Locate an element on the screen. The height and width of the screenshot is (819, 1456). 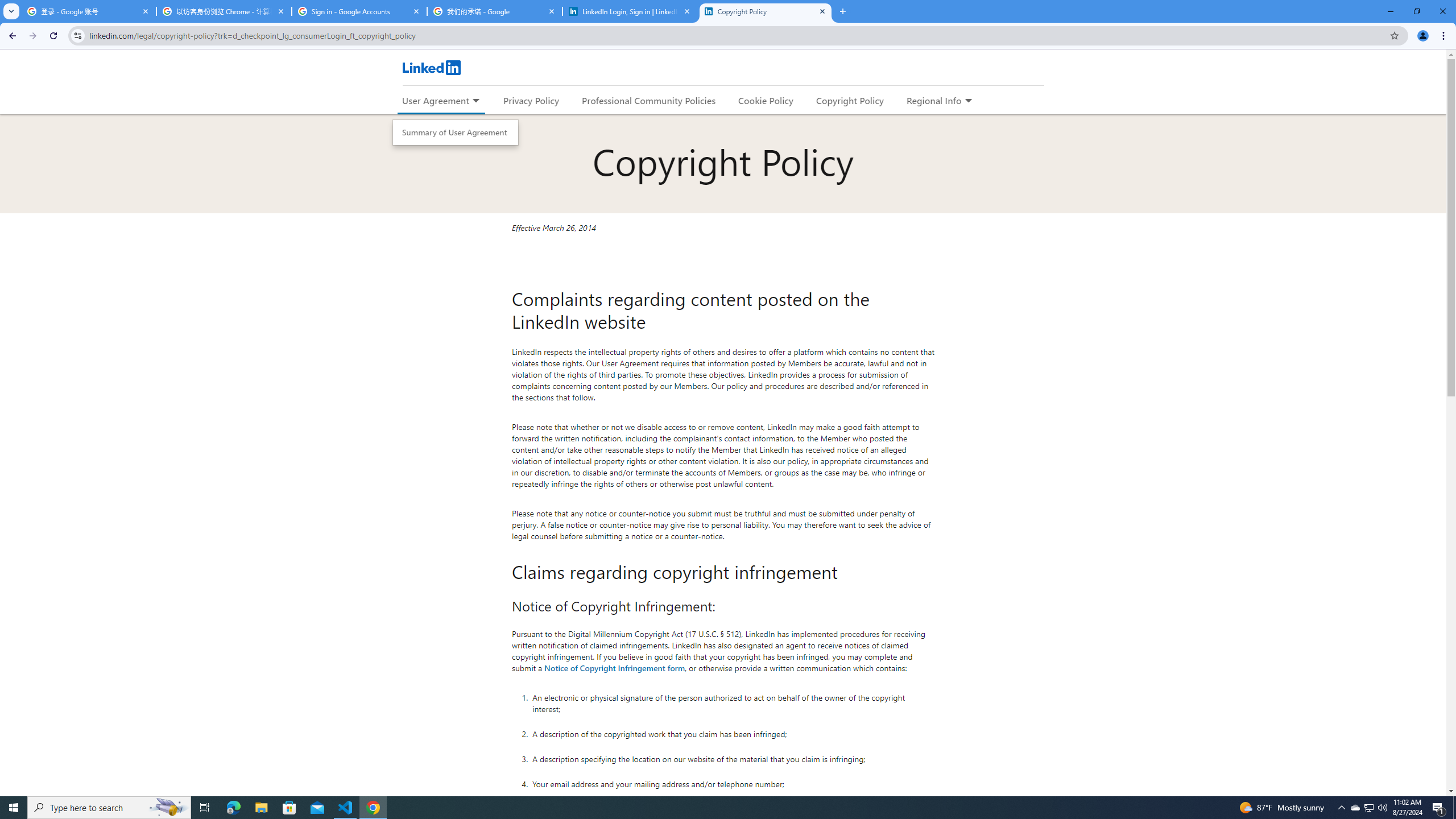
'Copyright Policy' is located at coordinates (849, 100).